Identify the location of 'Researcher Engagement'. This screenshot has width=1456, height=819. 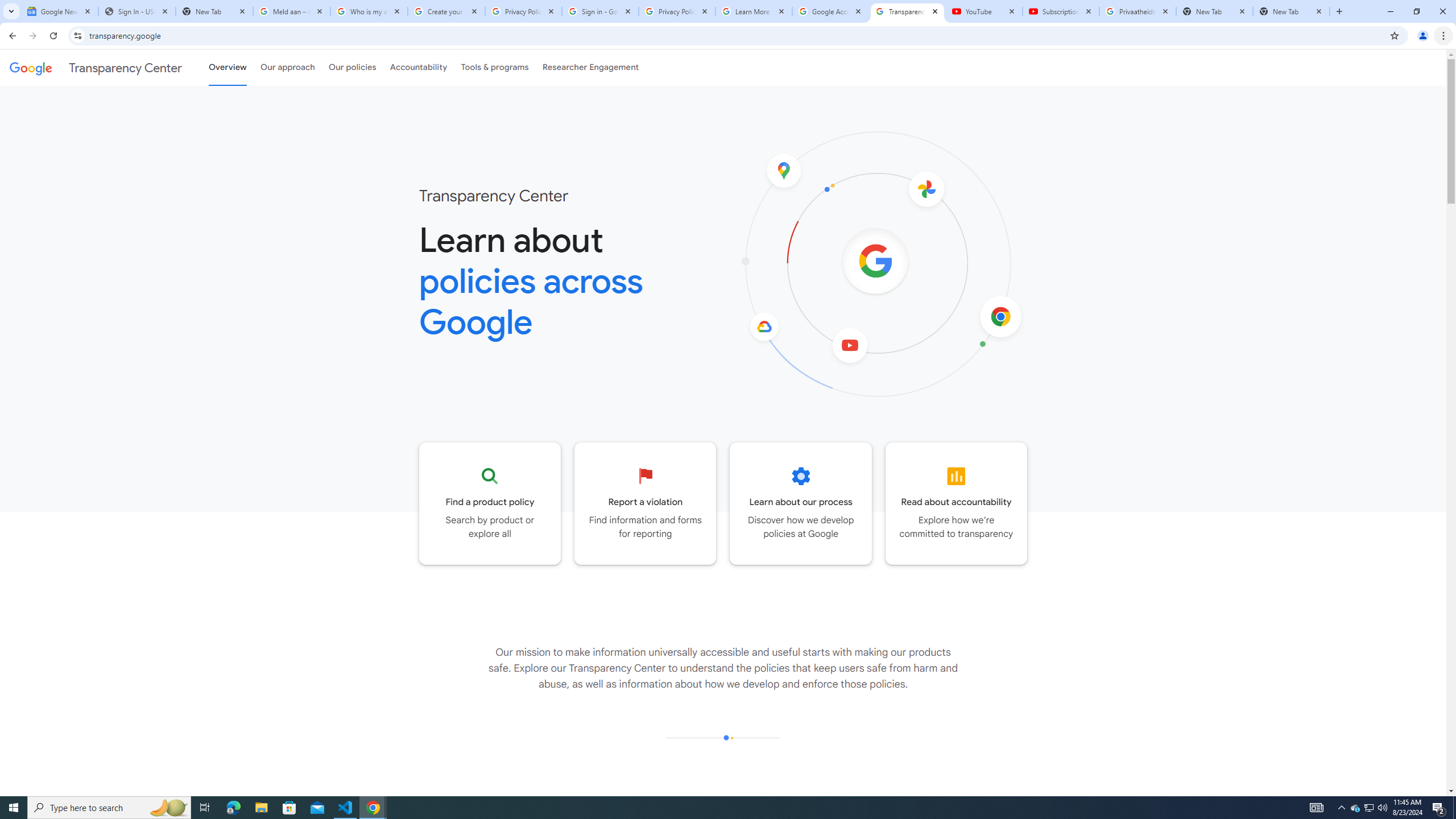
(591, 67).